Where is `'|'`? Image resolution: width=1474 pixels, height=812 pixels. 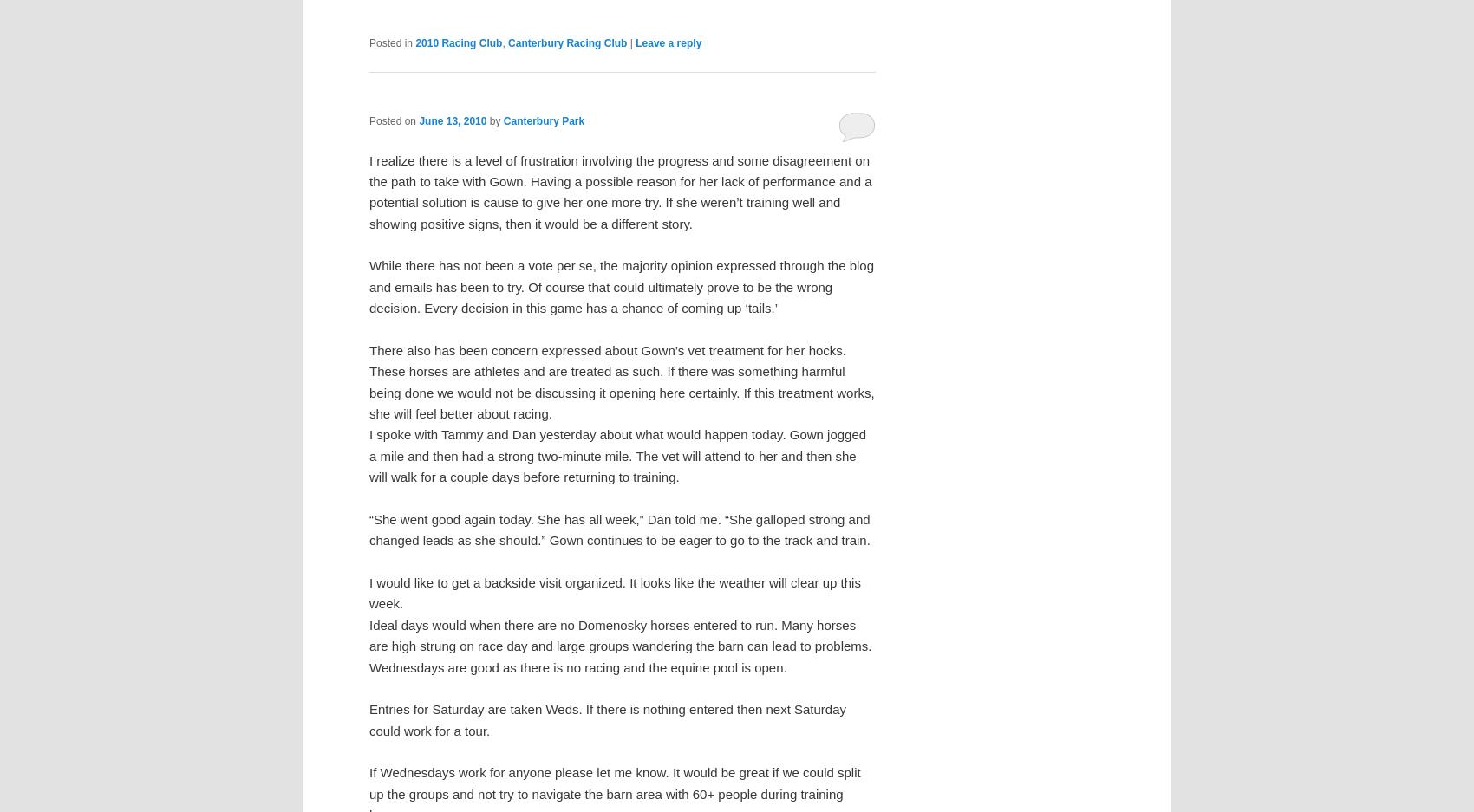
'|' is located at coordinates (629, 42).